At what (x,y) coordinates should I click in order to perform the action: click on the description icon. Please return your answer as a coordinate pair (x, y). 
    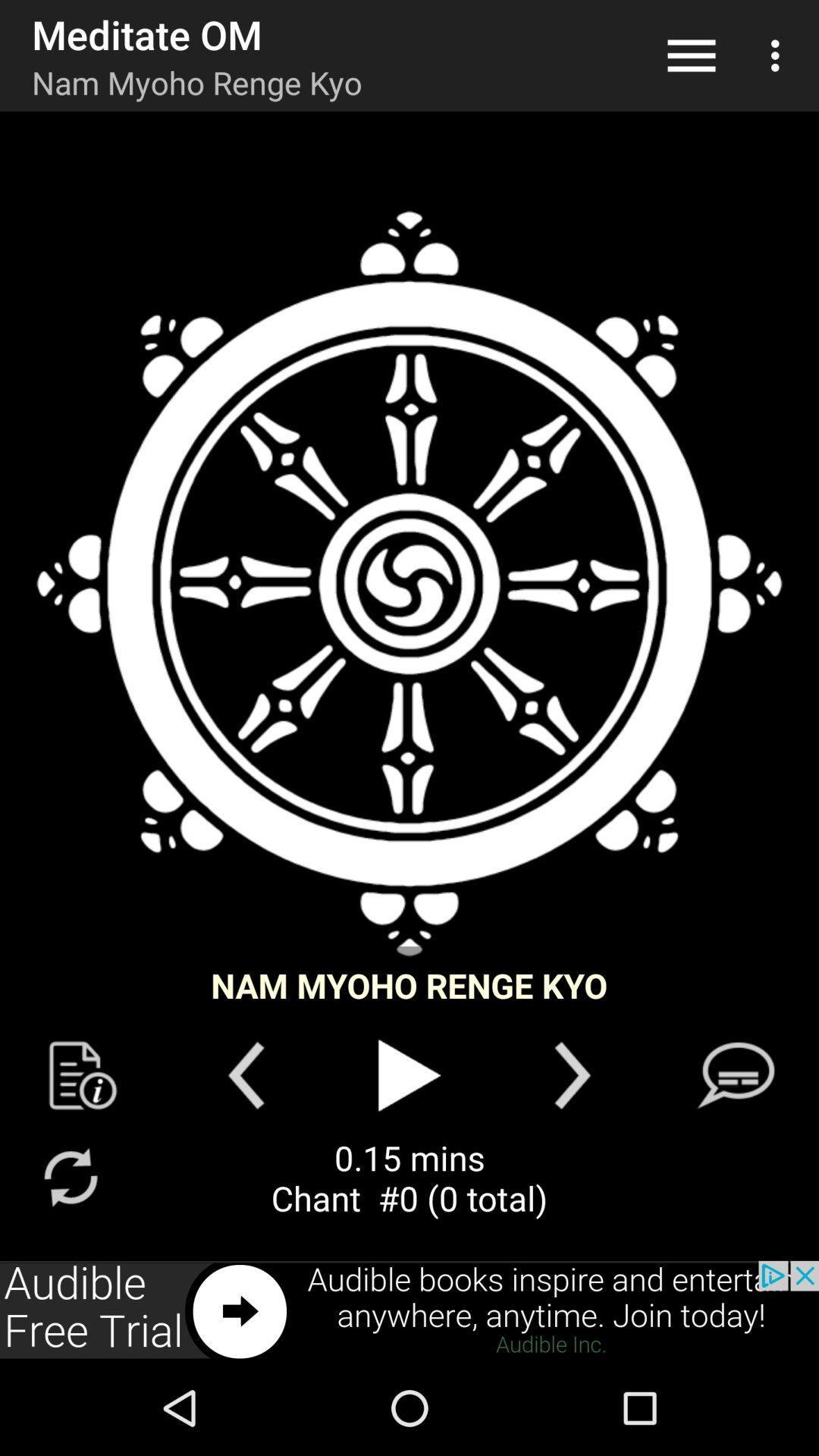
    Looking at the image, I should click on (83, 1075).